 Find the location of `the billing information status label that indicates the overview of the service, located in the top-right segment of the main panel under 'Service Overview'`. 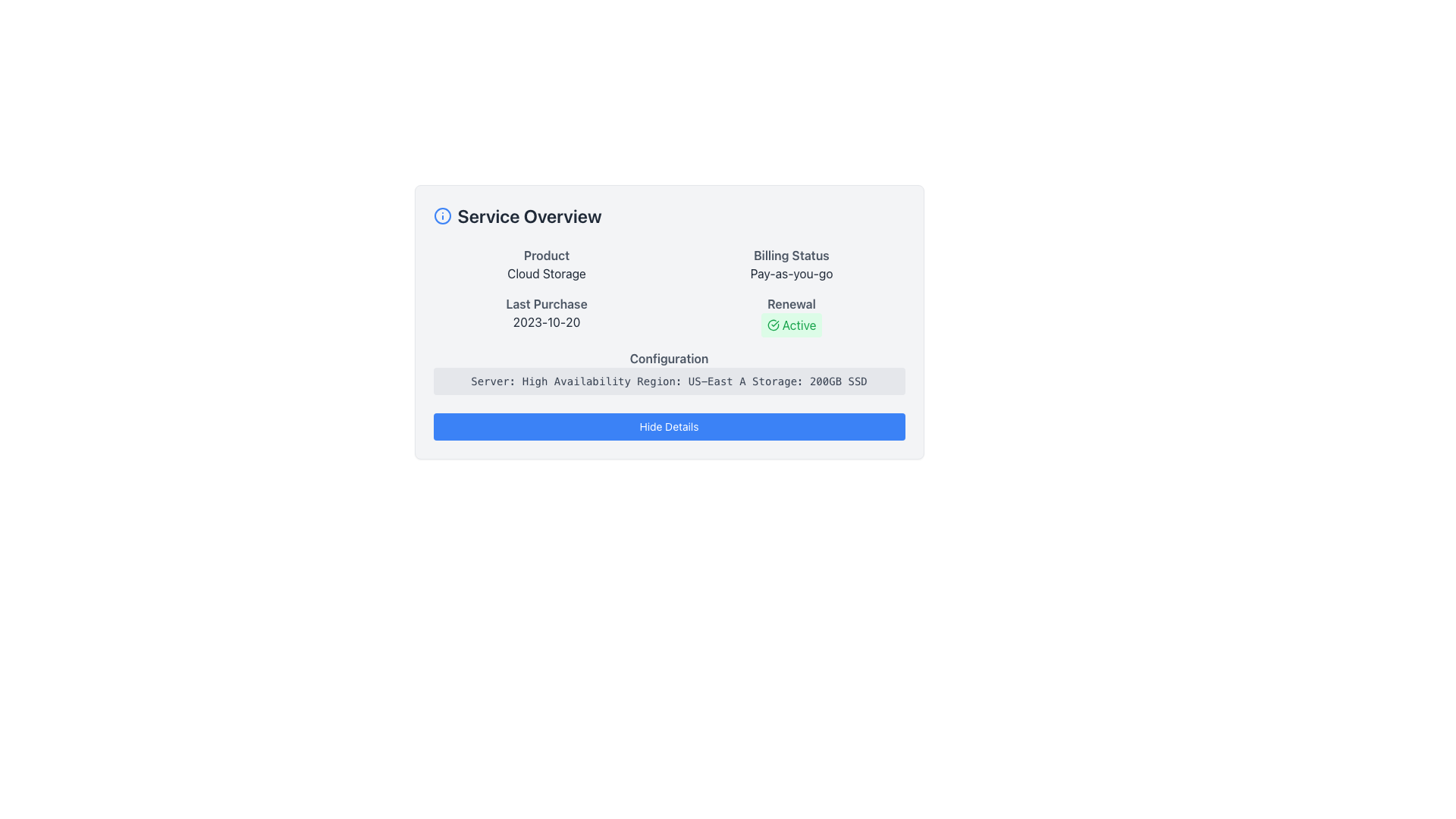

the billing information status label that indicates the overview of the service, located in the top-right segment of the main panel under 'Service Overview' is located at coordinates (790, 254).